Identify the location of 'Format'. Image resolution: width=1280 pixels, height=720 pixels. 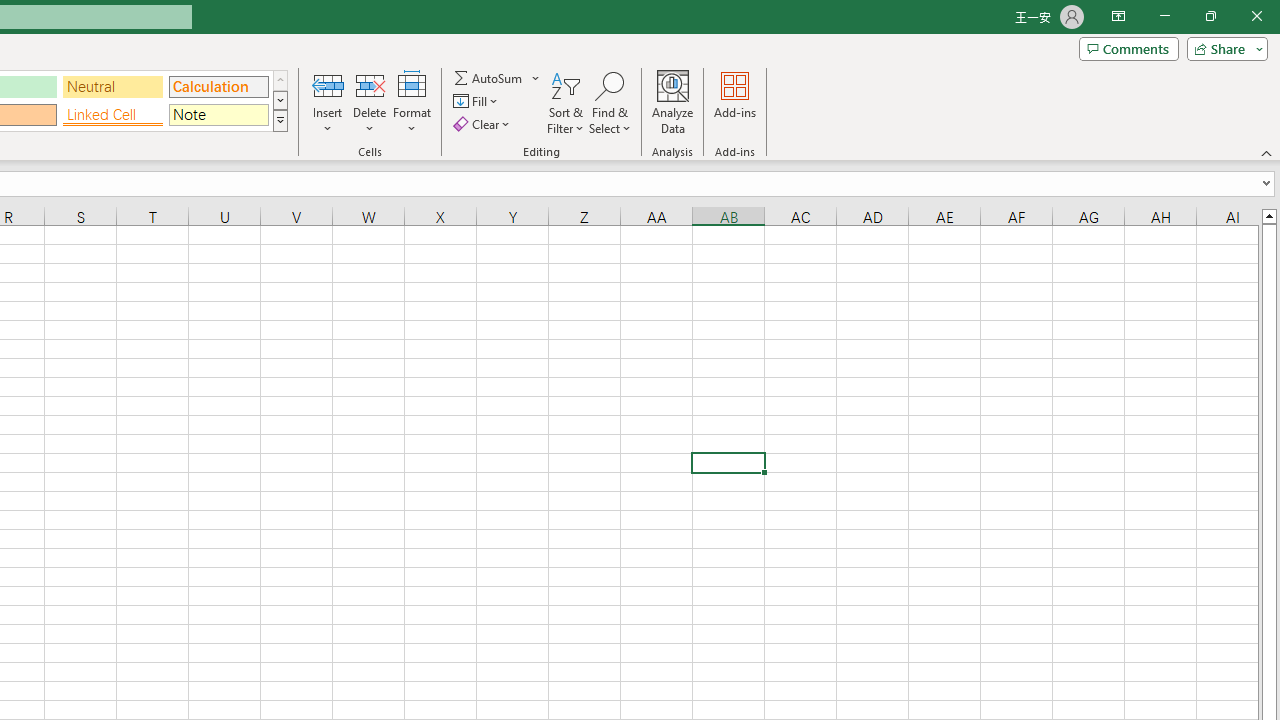
(411, 103).